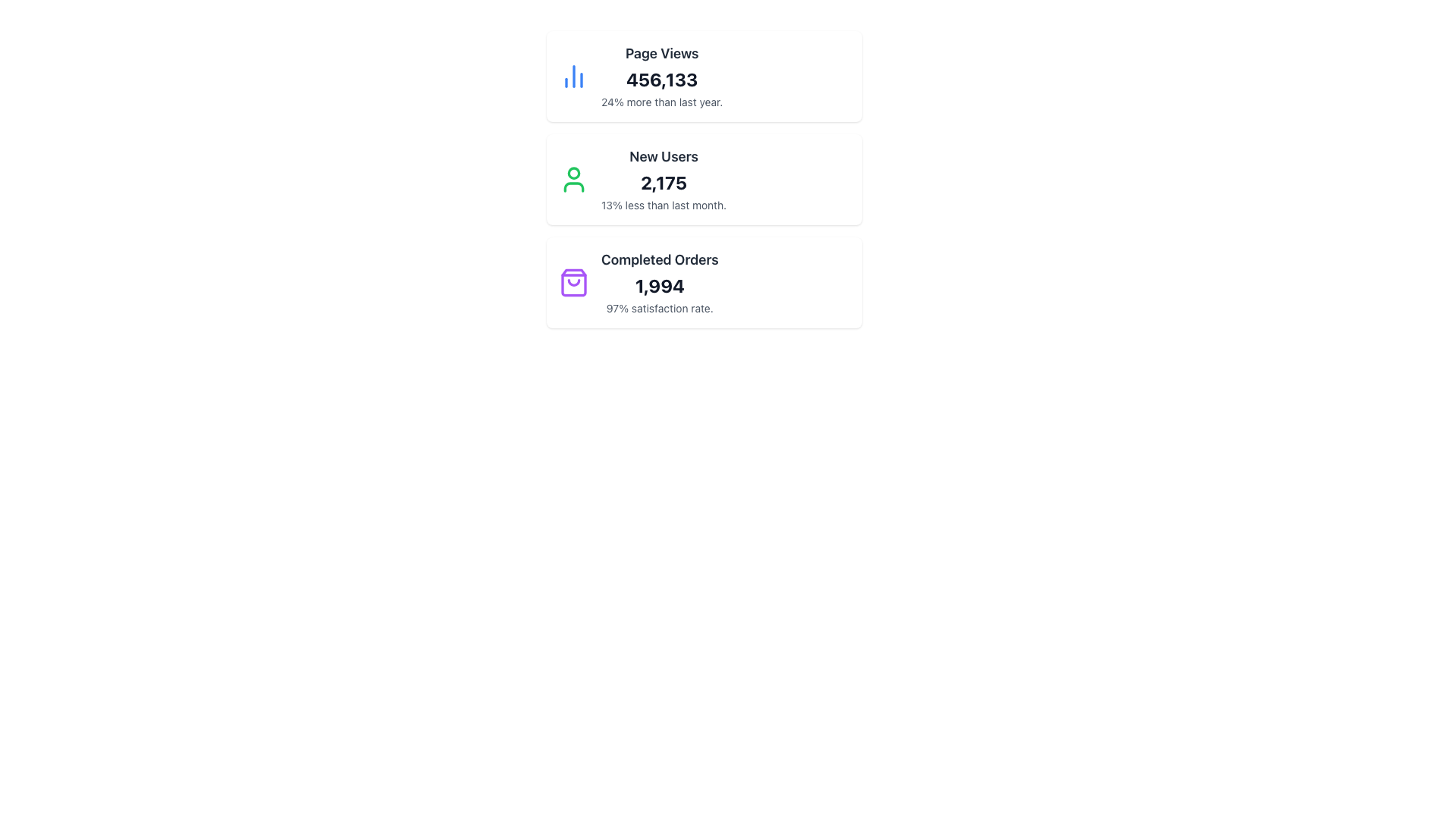 The width and height of the screenshot is (1456, 819). Describe the element at coordinates (664, 181) in the screenshot. I see `bold numerical value '2,175' displayed in a large font, which is centrally aligned within the information card, positioned below 'New Users'` at that location.